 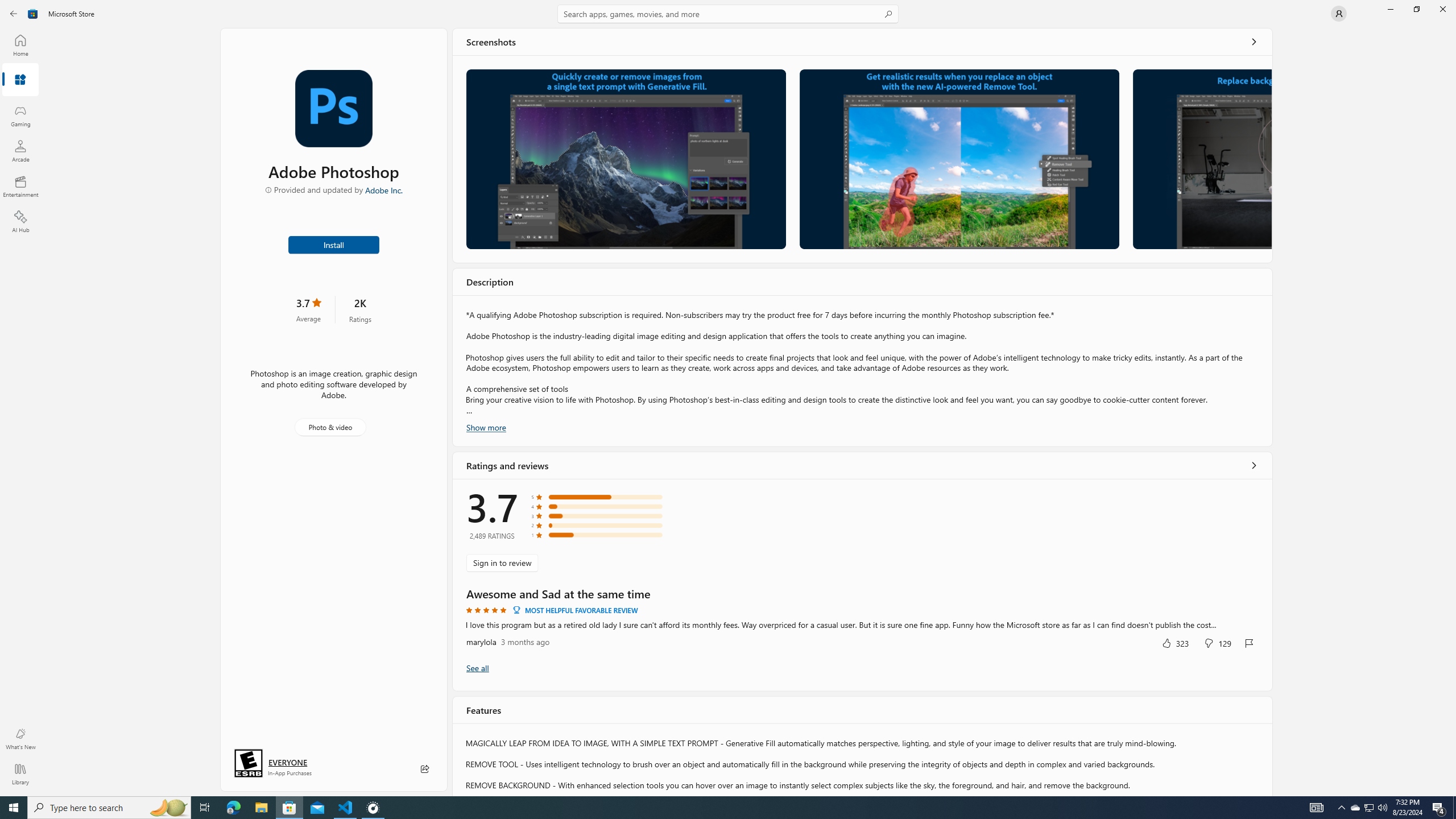 I want to click on 'Home', so click(x=19, y=44).